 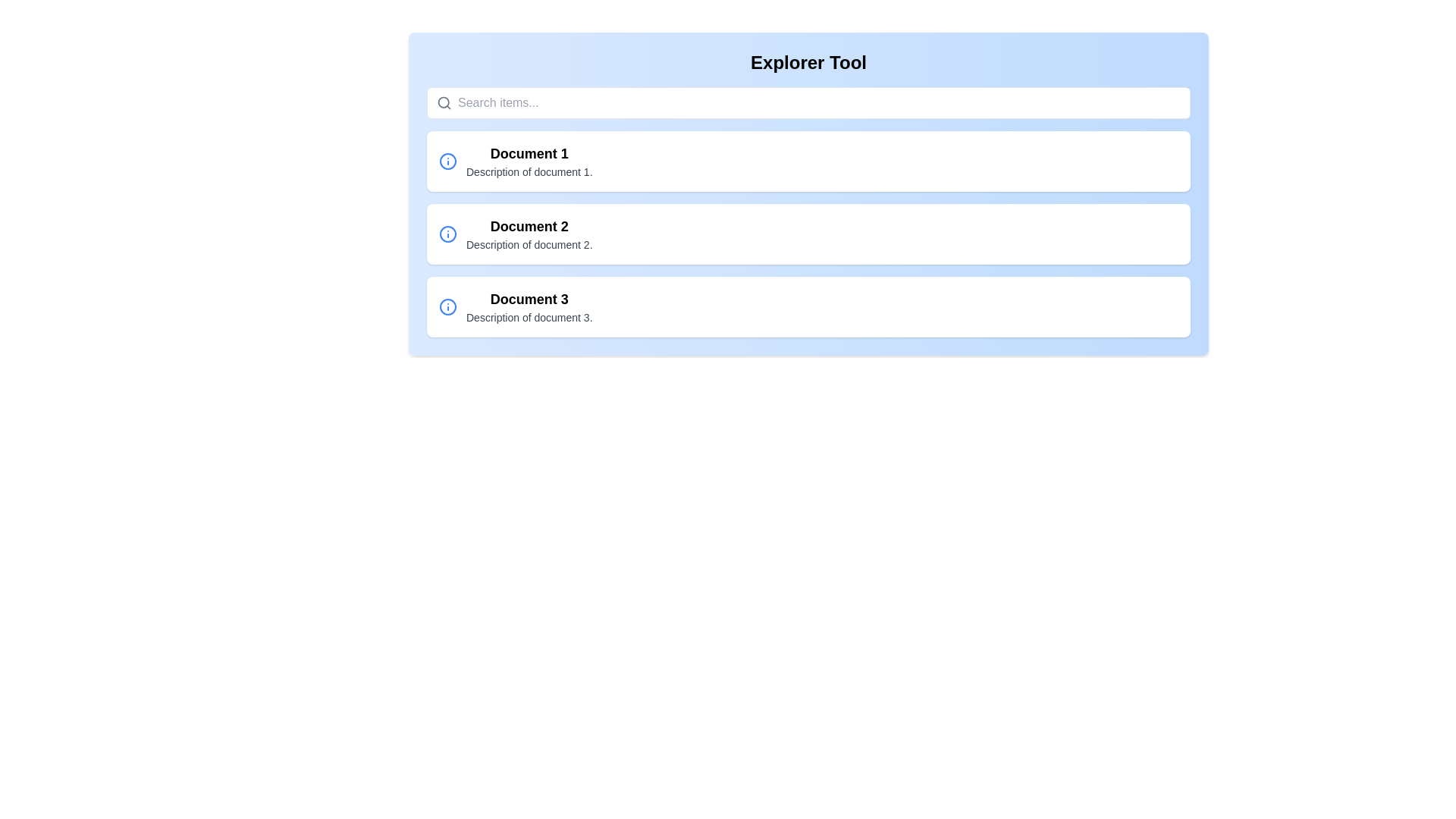 What do you see at coordinates (529, 171) in the screenshot?
I see `text label displaying 'Description of document 1.' located below the title 'Document 1.' in the first document card` at bounding box center [529, 171].